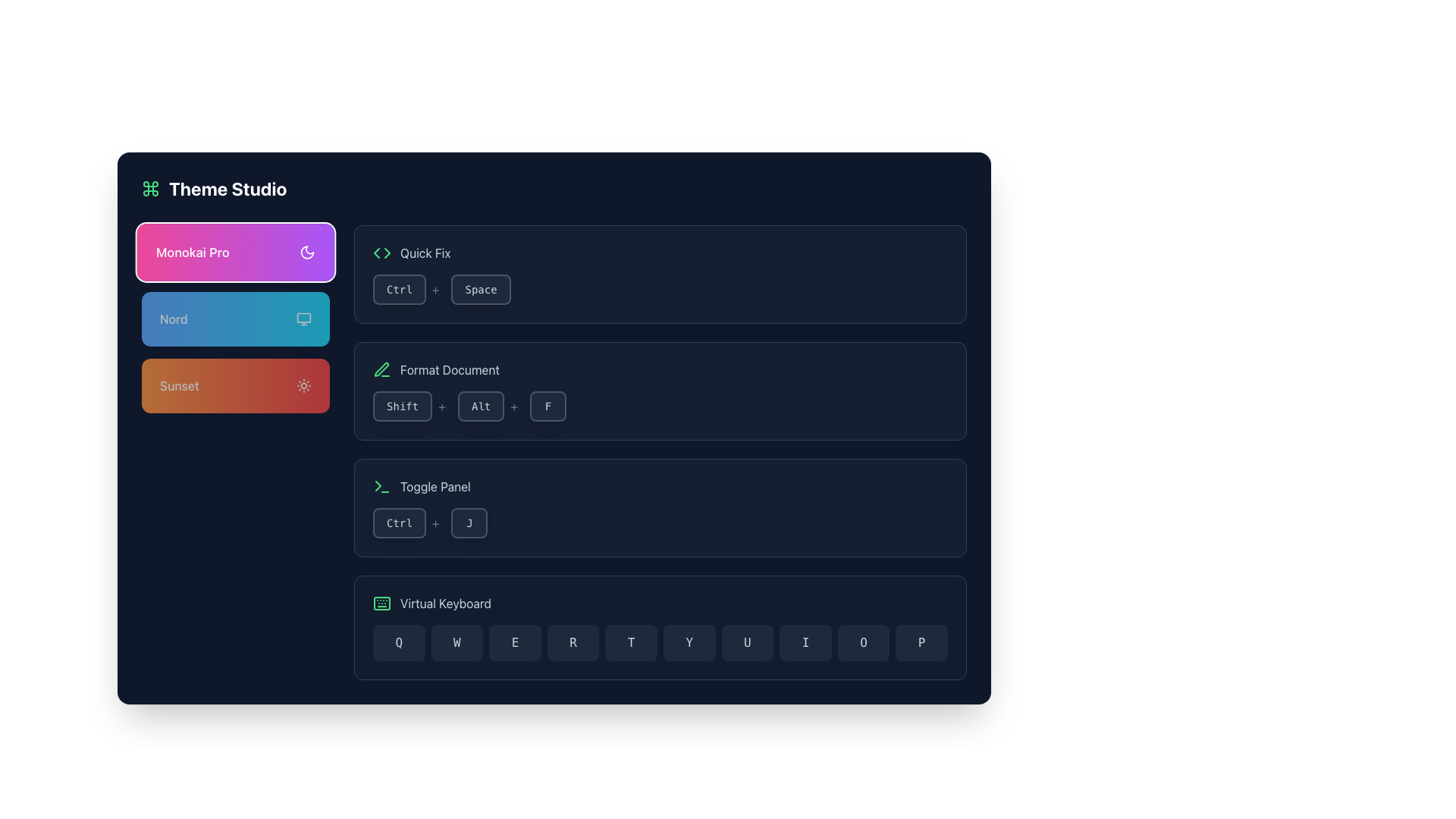  What do you see at coordinates (573, 643) in the screenshot?
I see `the 'R' key button on the virtual keyboard` at bounding box center [573, 643].